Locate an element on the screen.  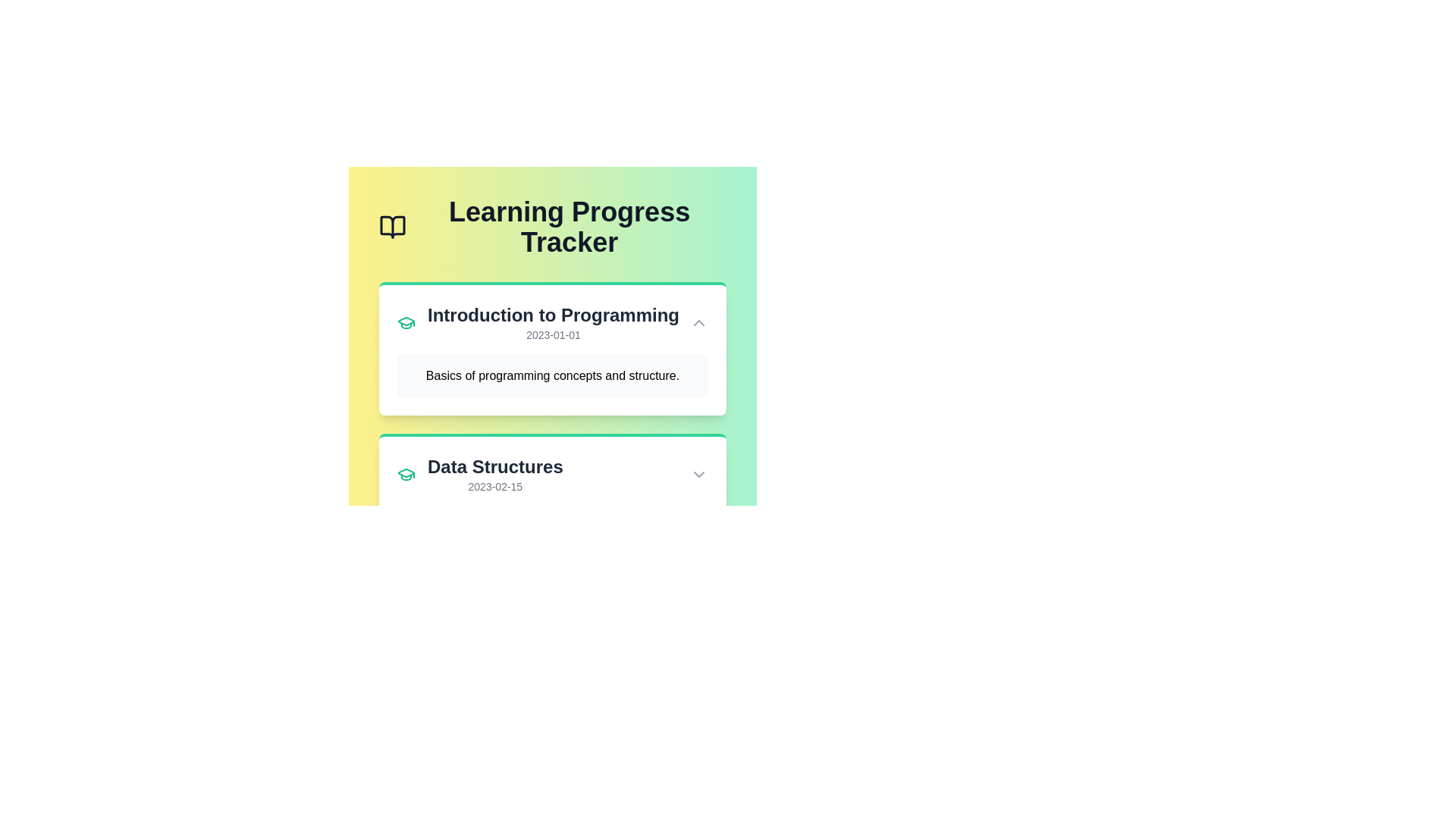
the gray text label displaying '2023-01-01' located beneath the title 'Introduction to Programming' is located at coordinates (552, 334).